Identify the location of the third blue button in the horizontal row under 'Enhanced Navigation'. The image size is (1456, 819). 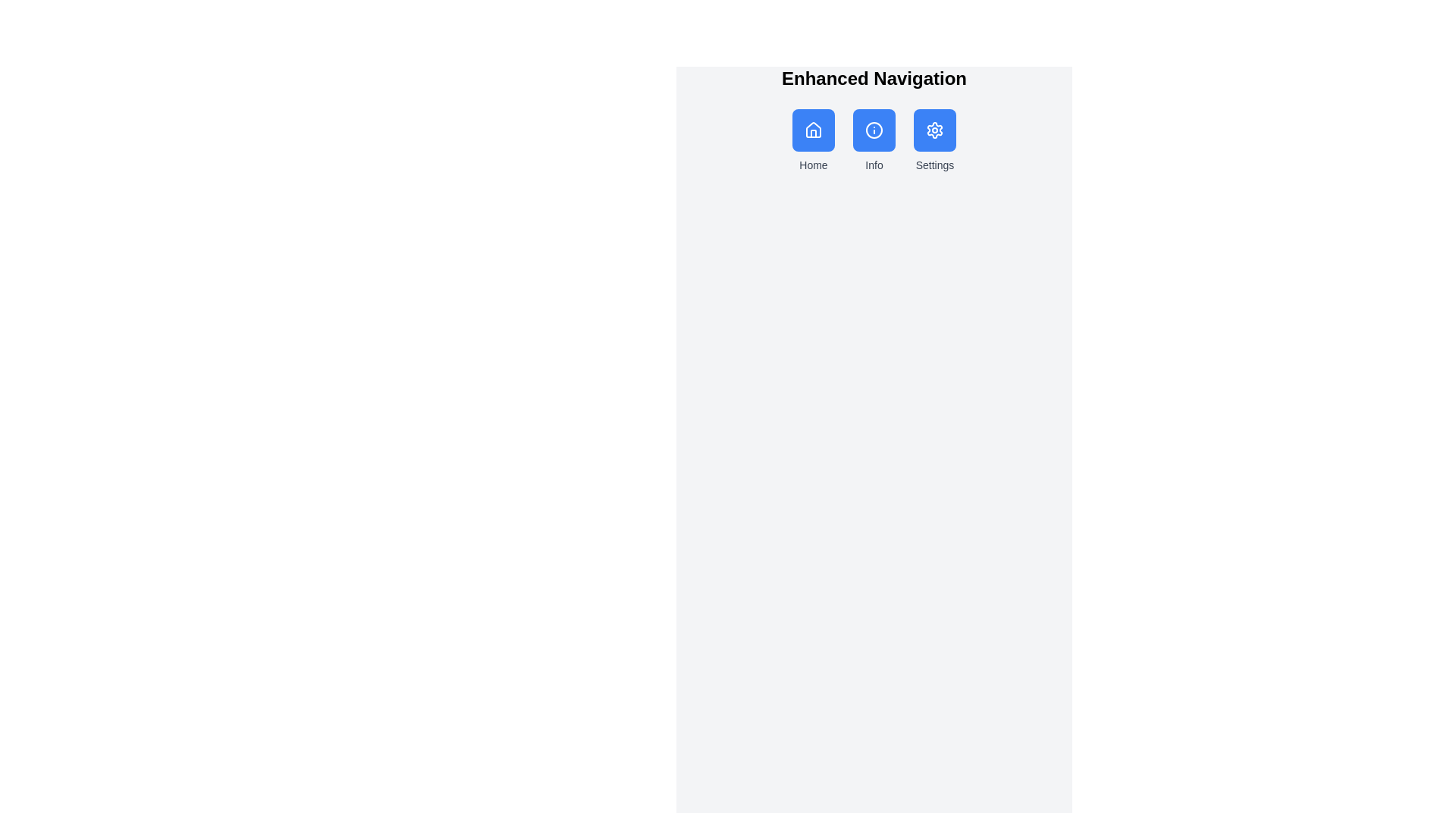
(934, 140).